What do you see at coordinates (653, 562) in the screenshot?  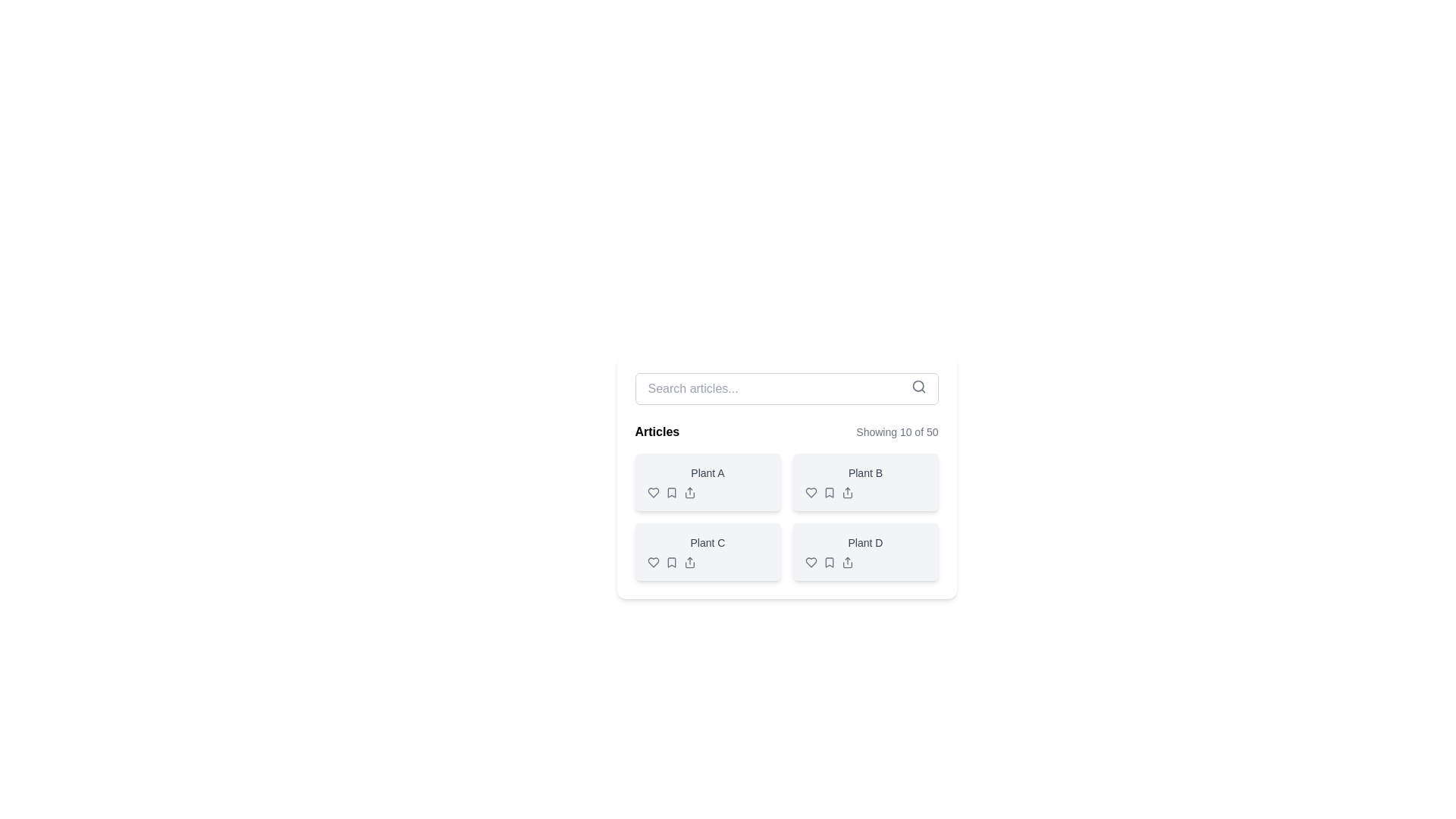 I see `the heart-shaped icon located in the bottom-left corner of the card labeled 'Plant C', which is part of the interactive icons in the grid layout under the 'Articles' section` at bounding box center [653, 562].